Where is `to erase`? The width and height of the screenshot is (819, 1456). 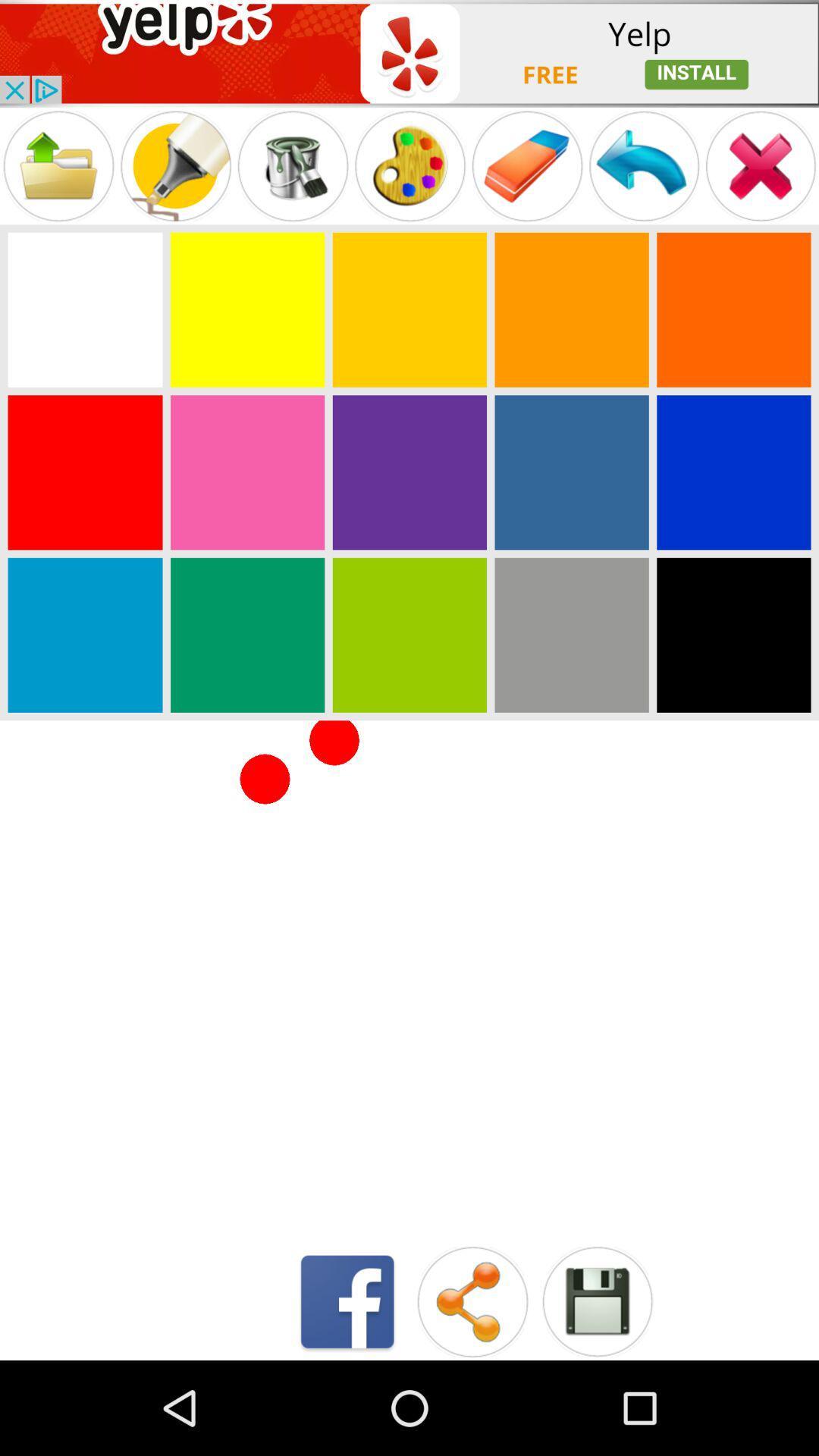
to erase is located at coordinates (526, 166).